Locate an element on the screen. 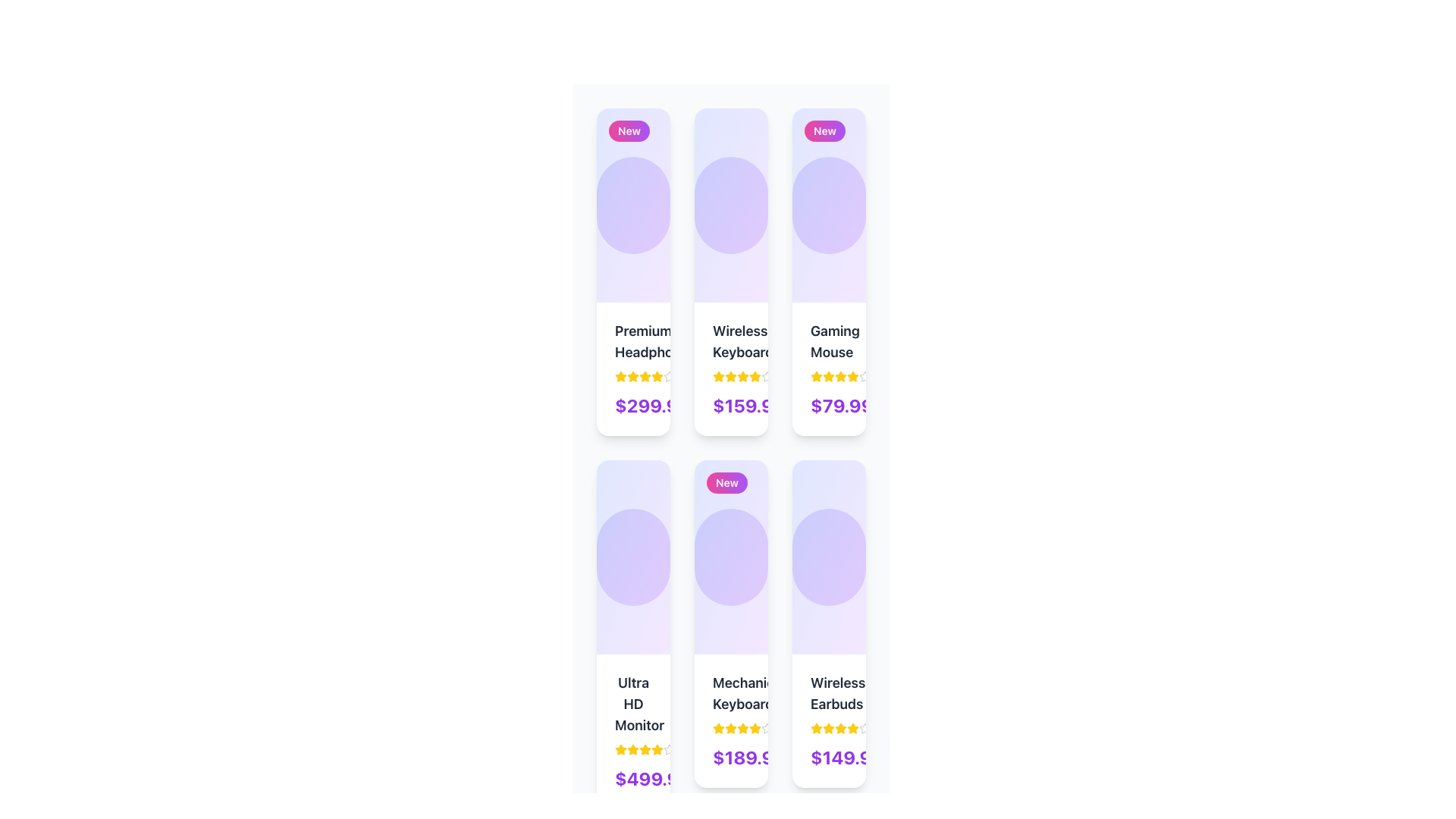 This screenshot has height=819, width=1456. the 'Ultra HD Monitor' product card, which is the fourth card in a three-column grid layout is located at coordinates (633, 635).